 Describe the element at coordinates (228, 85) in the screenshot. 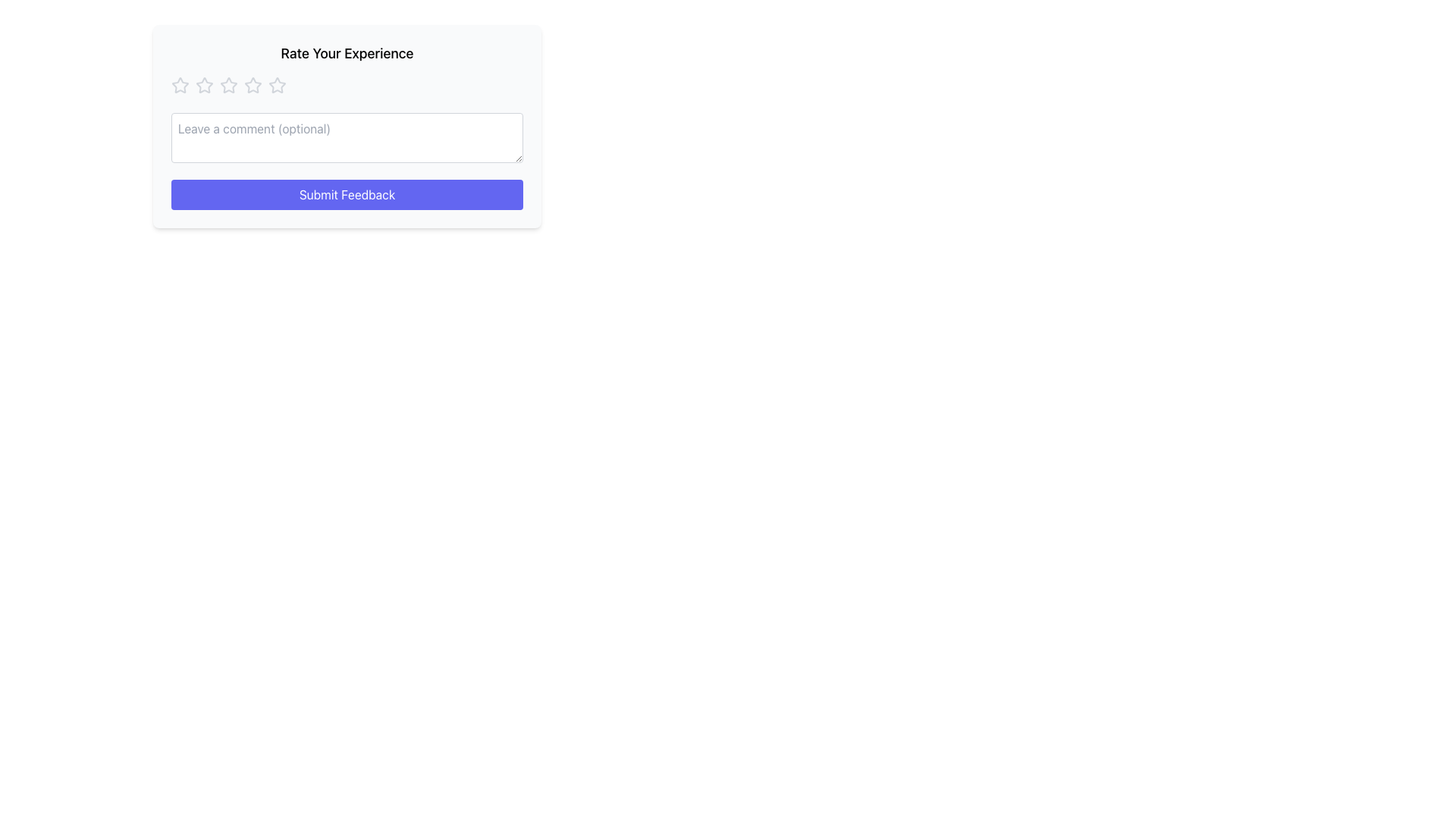

I see `the fourth rating star icon` at that location.